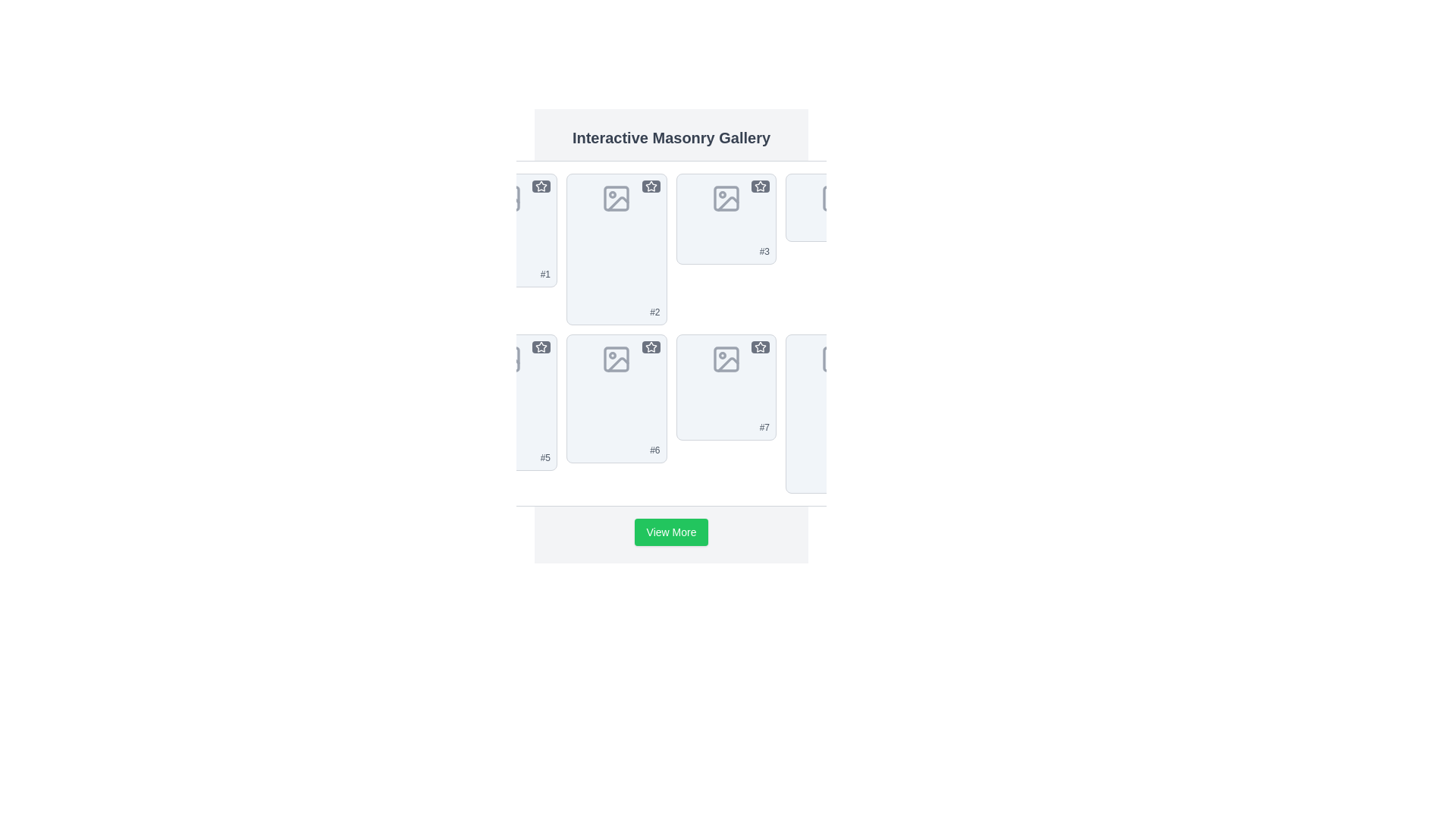 Image resolution: width=1456 pixels, height=819 pixels. What do you see at coordinates (541, 347) in the screenshot?
I see `the star icon in the top-right corner of card '#5'` at bounding box center [541, 347].